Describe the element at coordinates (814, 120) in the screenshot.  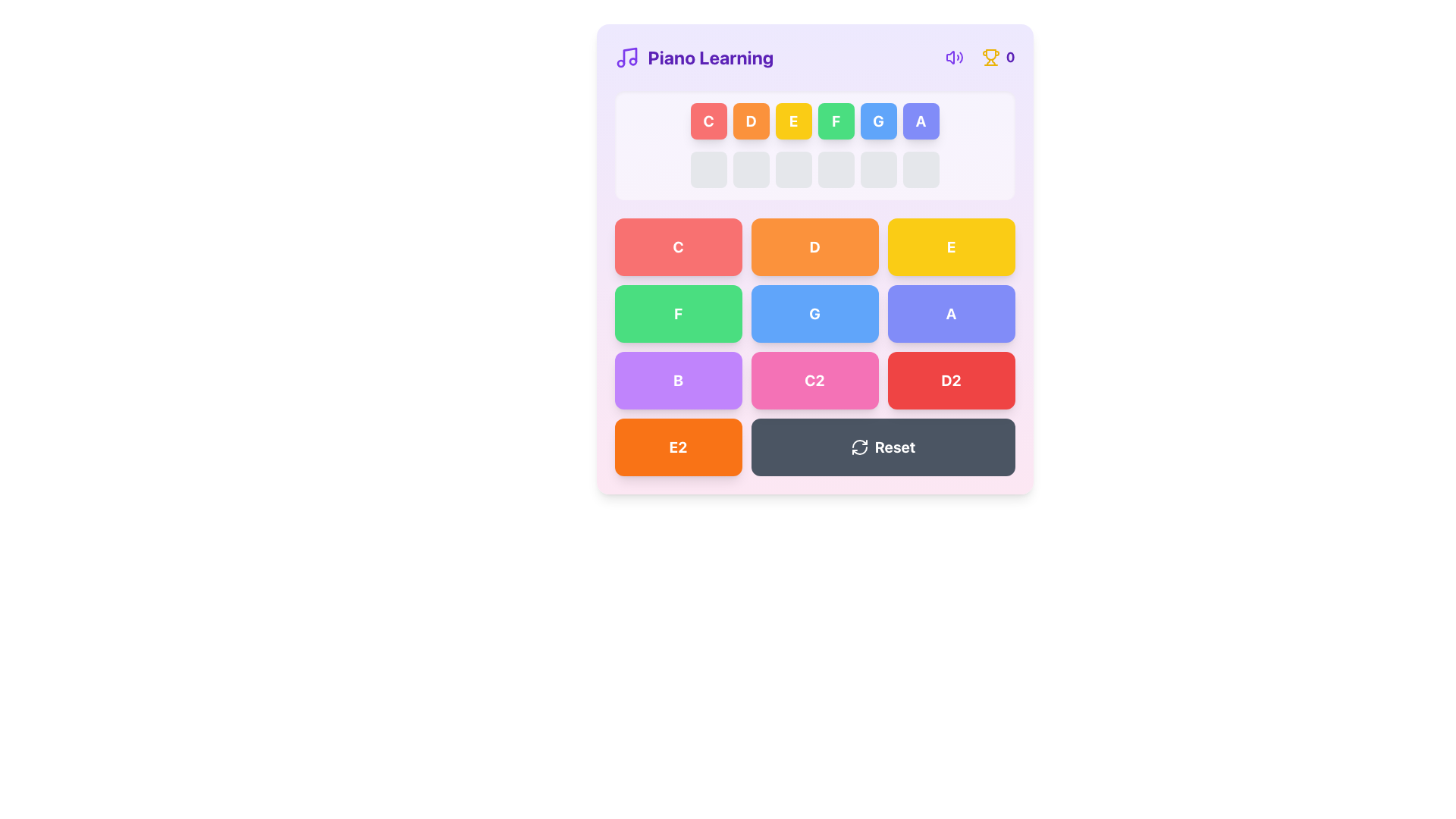
I see `the display element featuring six colored squares representing musical notes (C, D, E, F, G, A) located under the title 'Piano Learning'` at that location.